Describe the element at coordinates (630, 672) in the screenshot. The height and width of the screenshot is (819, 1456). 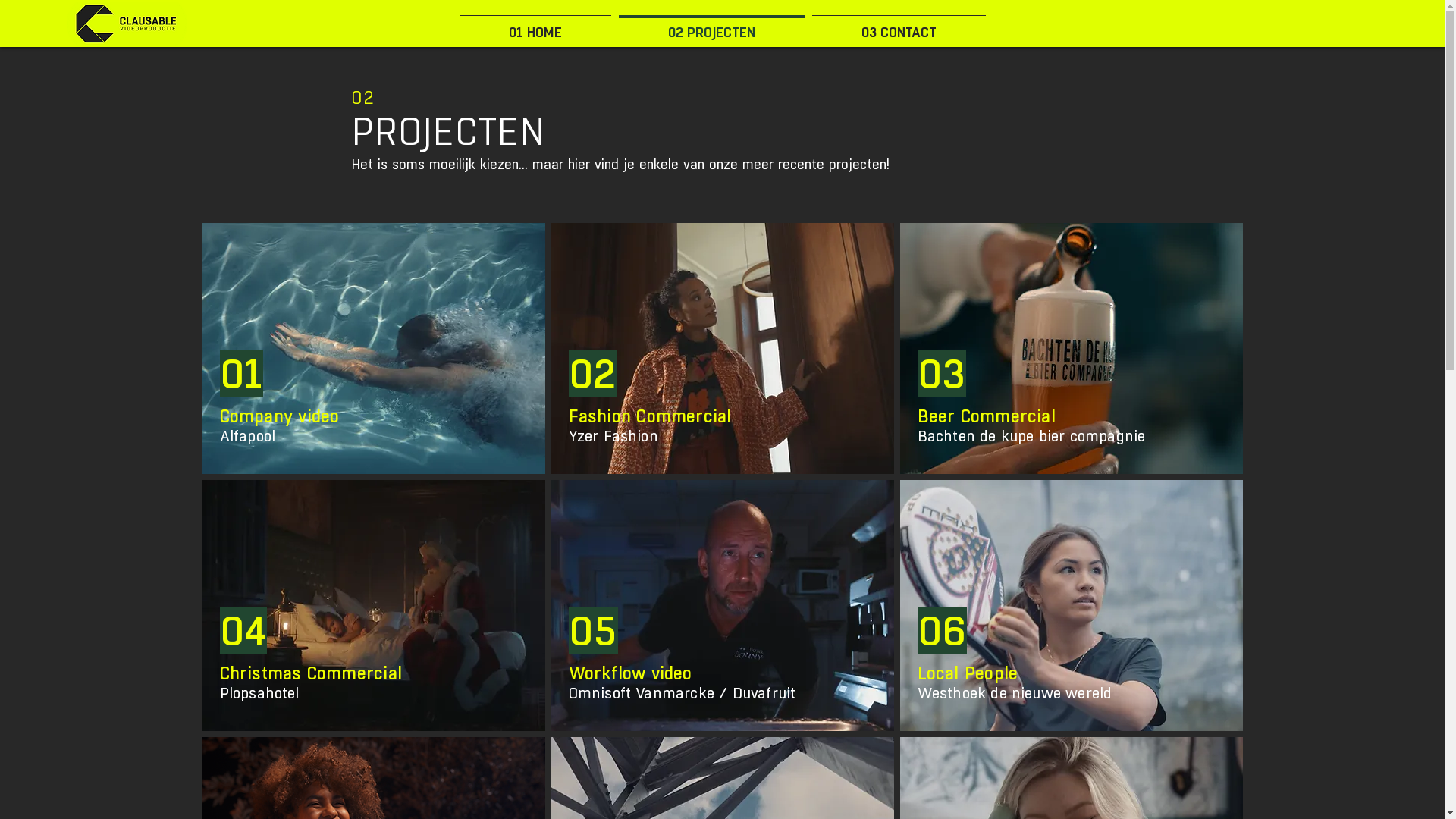
I see `'Workflow video'` at that location.